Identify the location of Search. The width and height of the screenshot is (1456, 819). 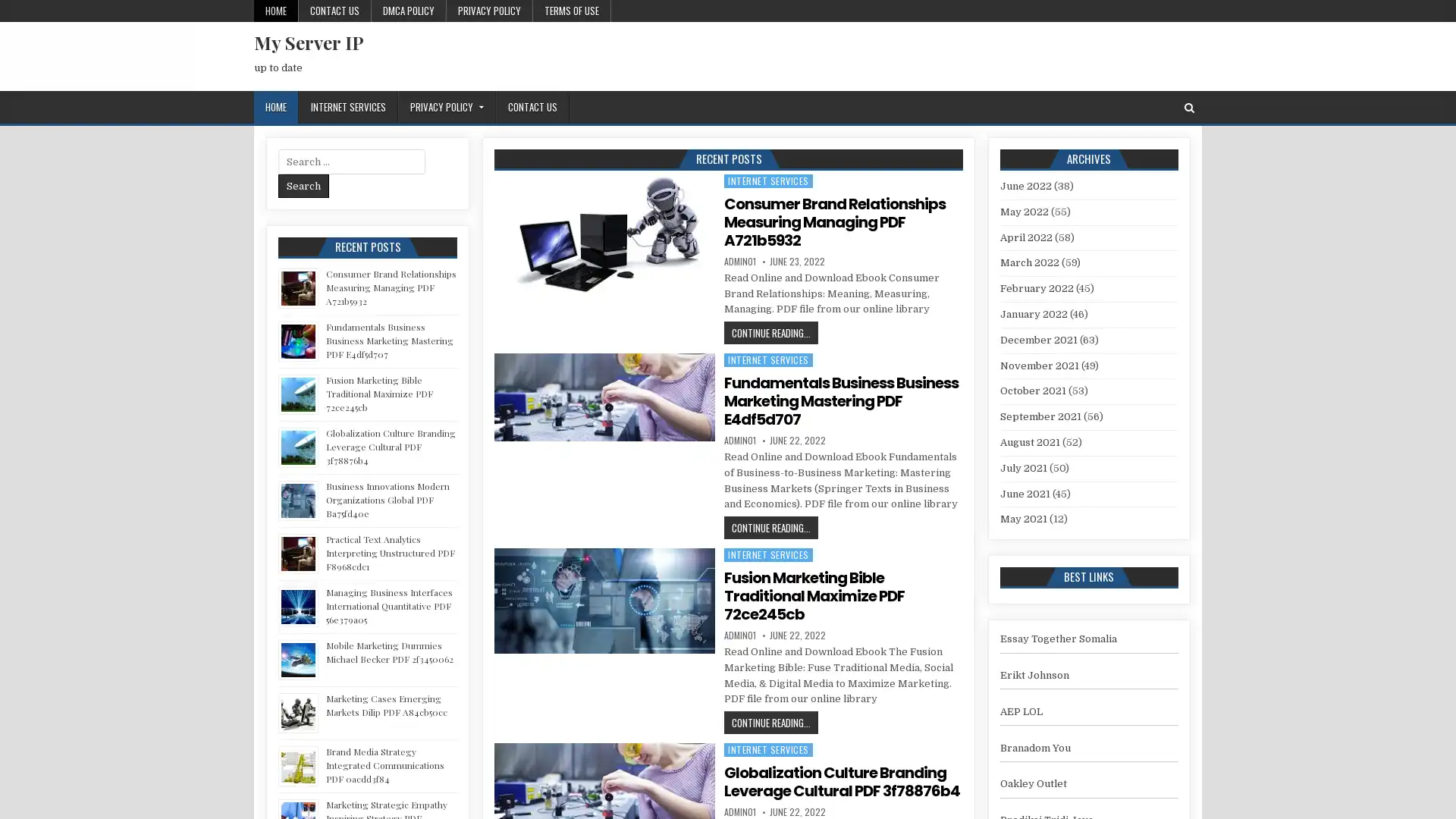
(303, 185).